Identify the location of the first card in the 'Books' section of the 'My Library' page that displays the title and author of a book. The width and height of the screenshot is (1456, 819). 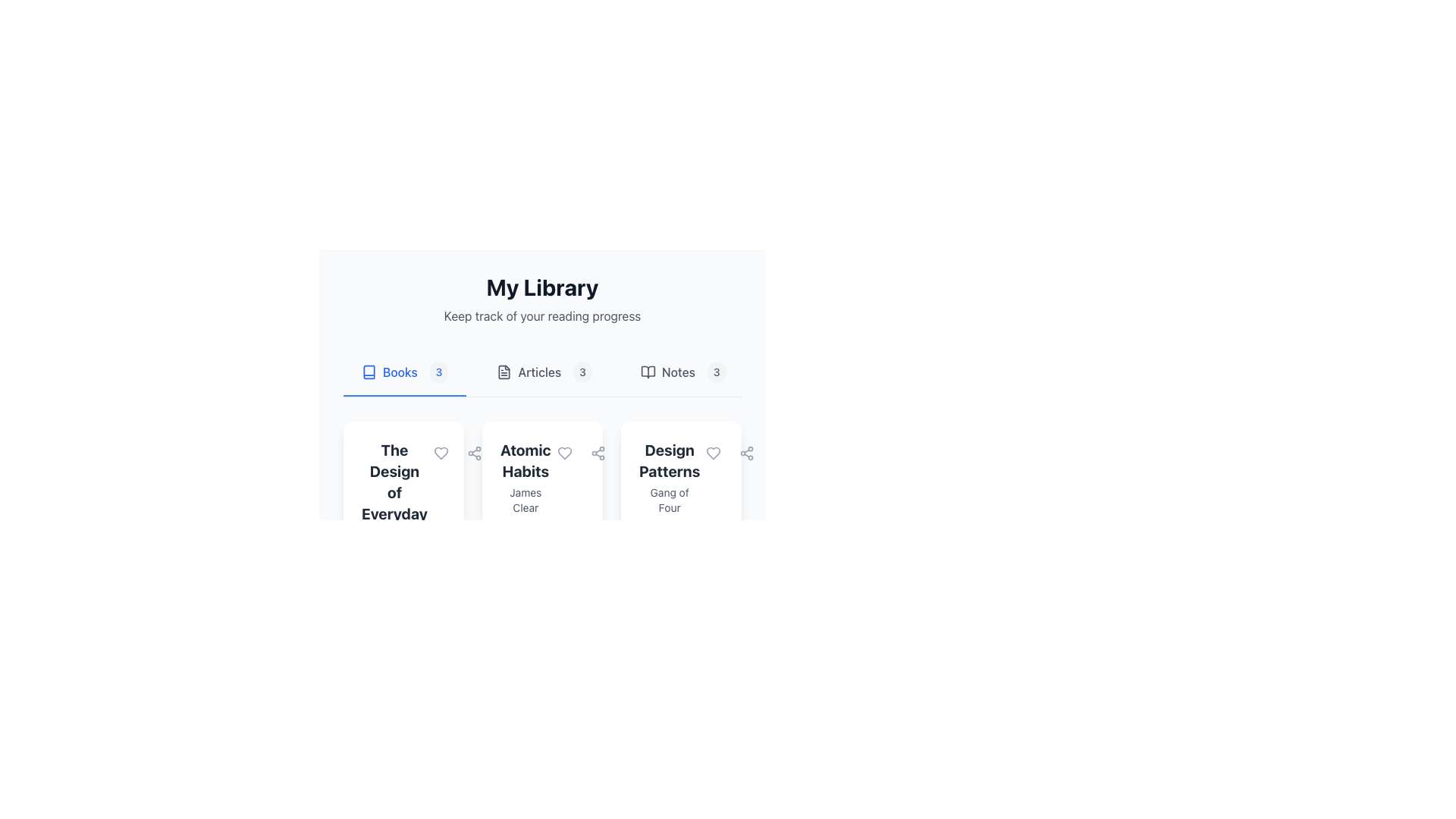
(394, 502).